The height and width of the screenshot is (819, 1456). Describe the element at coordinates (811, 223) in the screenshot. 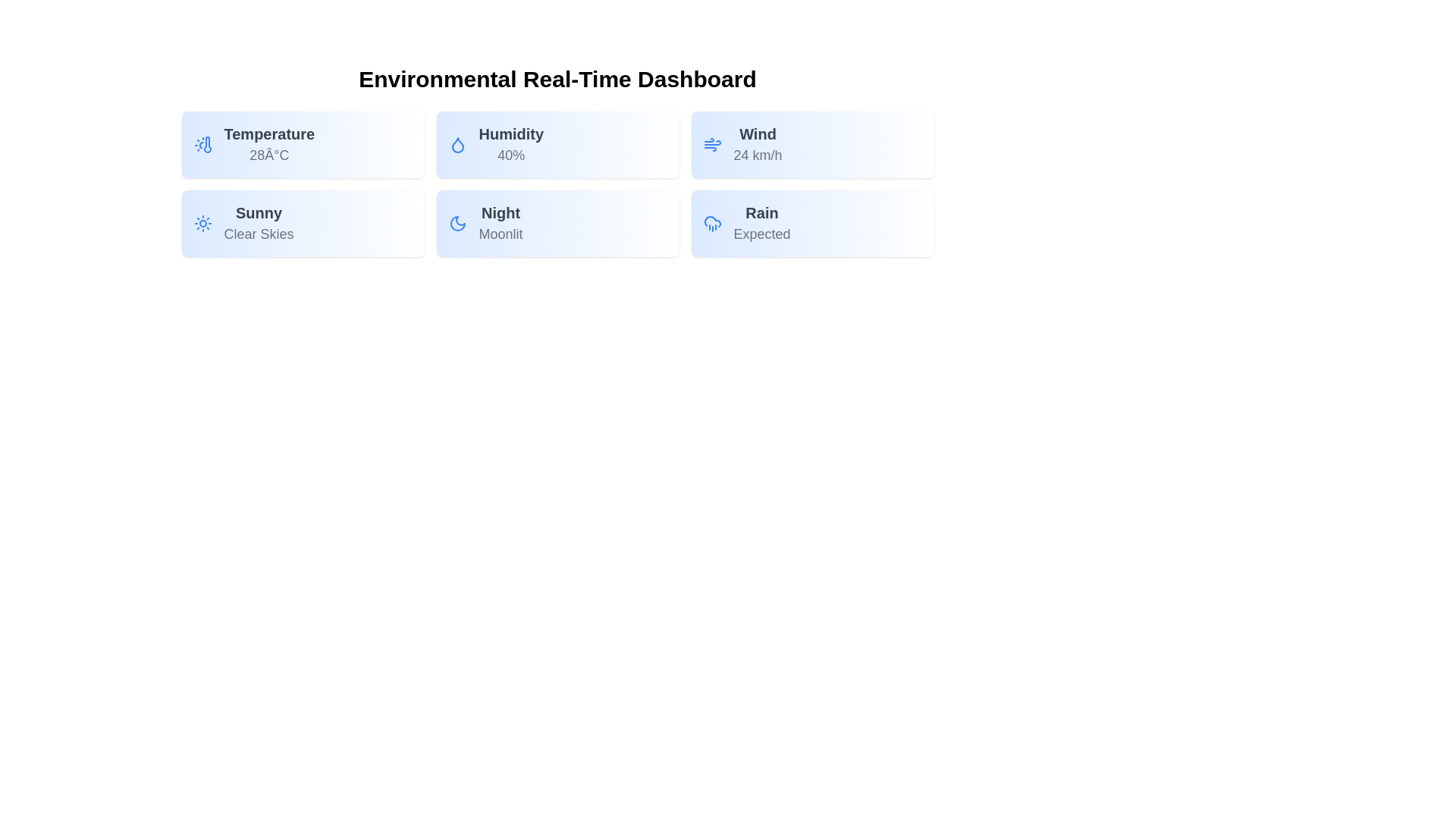

I see `the Information card that indicates rain is expected, positioned at the bottom right of the grid layout, next to the 'Night Moonlit' card and below the 'Wind 24 km/h' card` at that location.